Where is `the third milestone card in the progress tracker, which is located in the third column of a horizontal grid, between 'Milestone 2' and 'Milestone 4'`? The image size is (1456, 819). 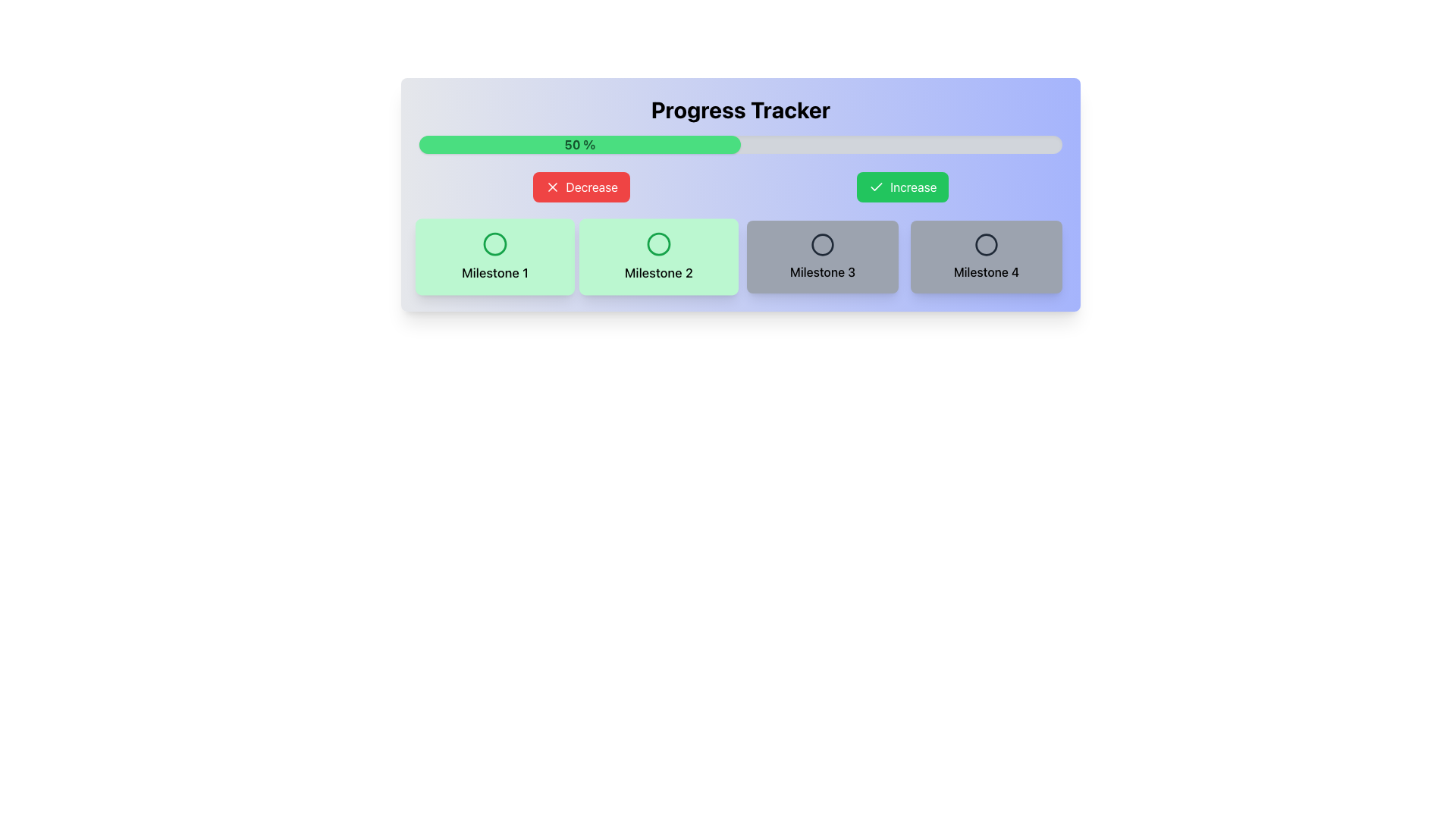 the third milestone card in the progress tracker, which is located in the third column of a horizontal grid, between 'Milestone 2' and 'Milestone 4' is located at coordinates (821, 256).